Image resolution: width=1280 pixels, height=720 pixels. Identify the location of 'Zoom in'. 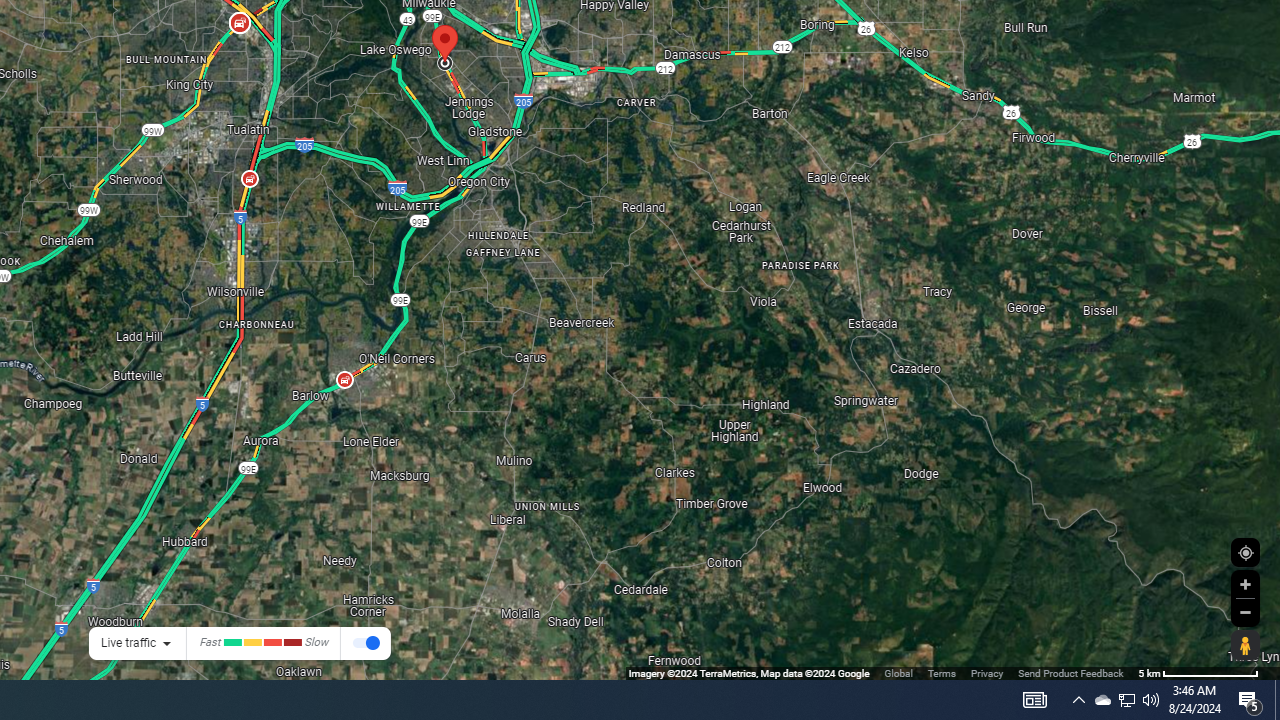
(1244, 584).